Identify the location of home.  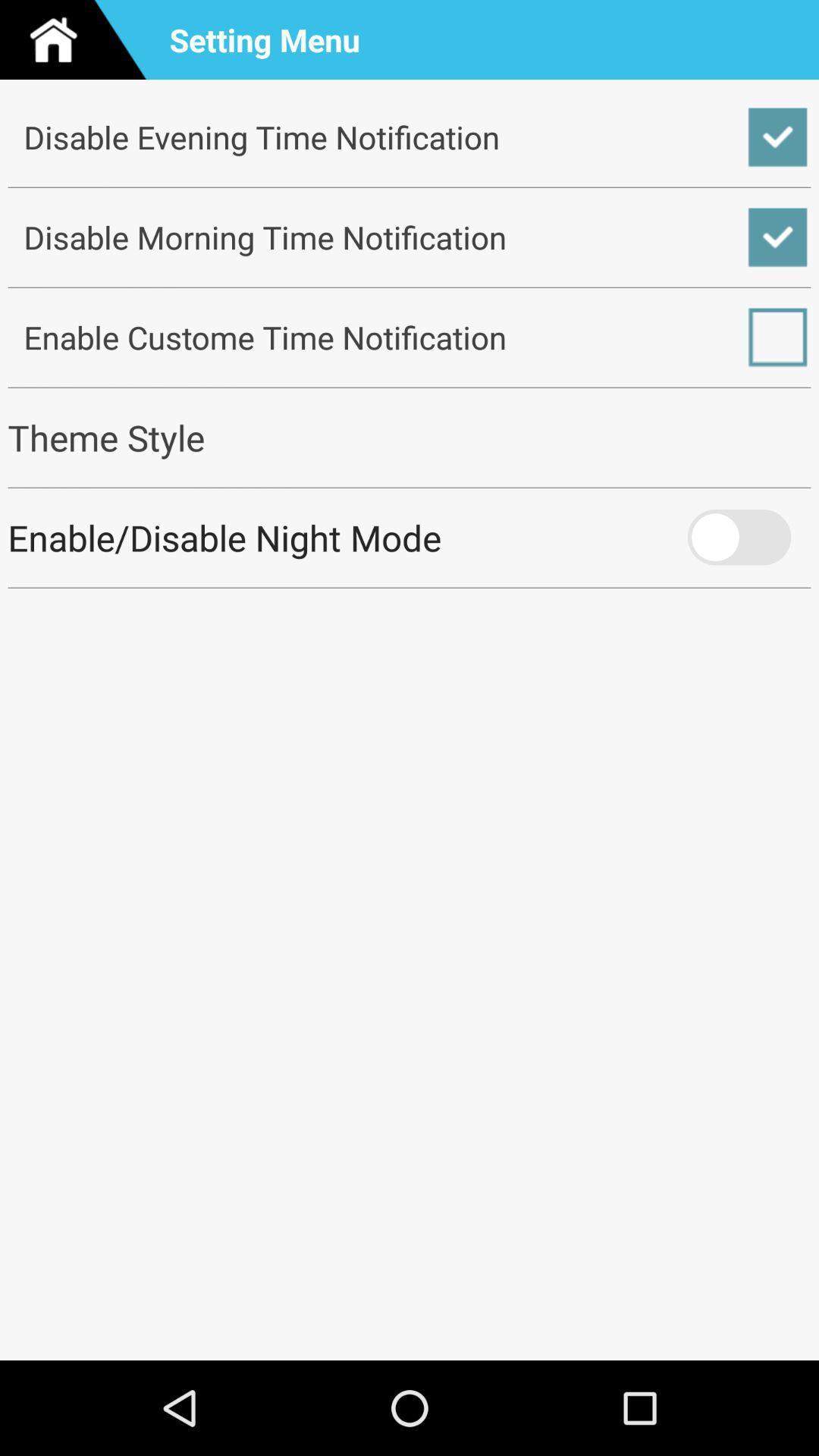
(79, 39).